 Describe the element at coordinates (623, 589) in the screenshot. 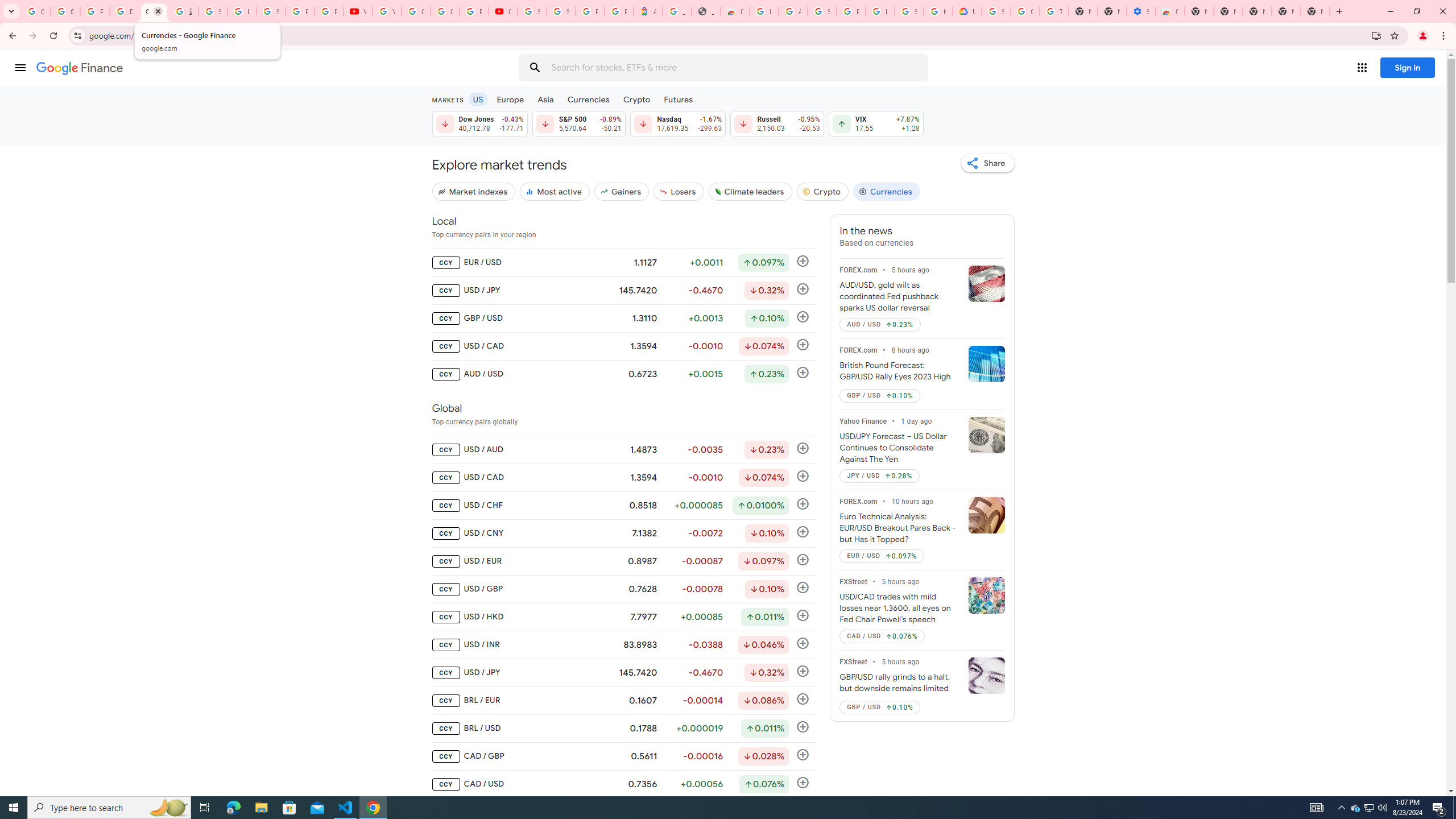

I see `'CCY USD / GBP 0.7628 -0.00078 Down by 0.078% Follow'` at that location.